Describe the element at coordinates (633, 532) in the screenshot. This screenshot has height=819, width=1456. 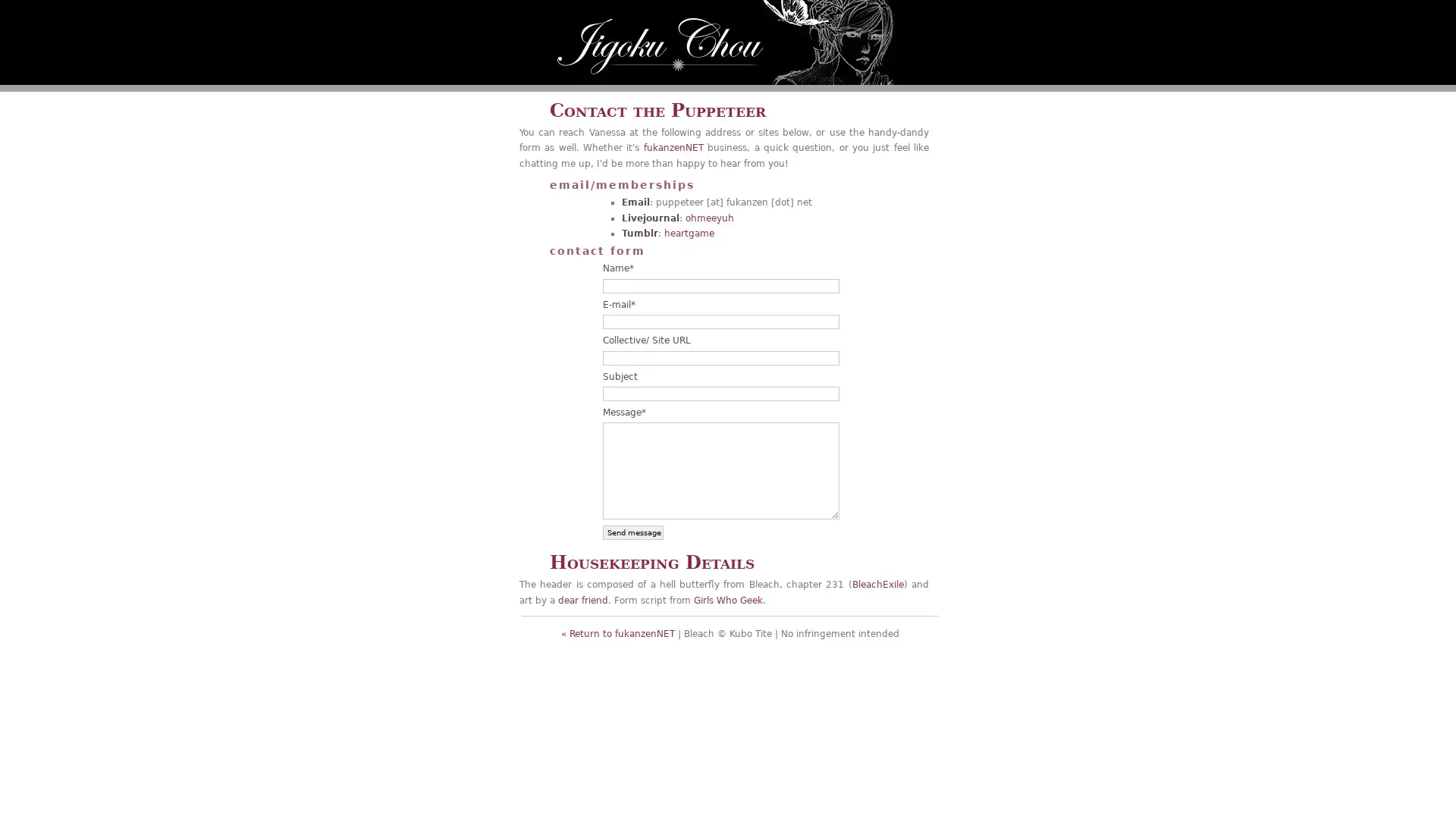
I see `Send message` at that location.